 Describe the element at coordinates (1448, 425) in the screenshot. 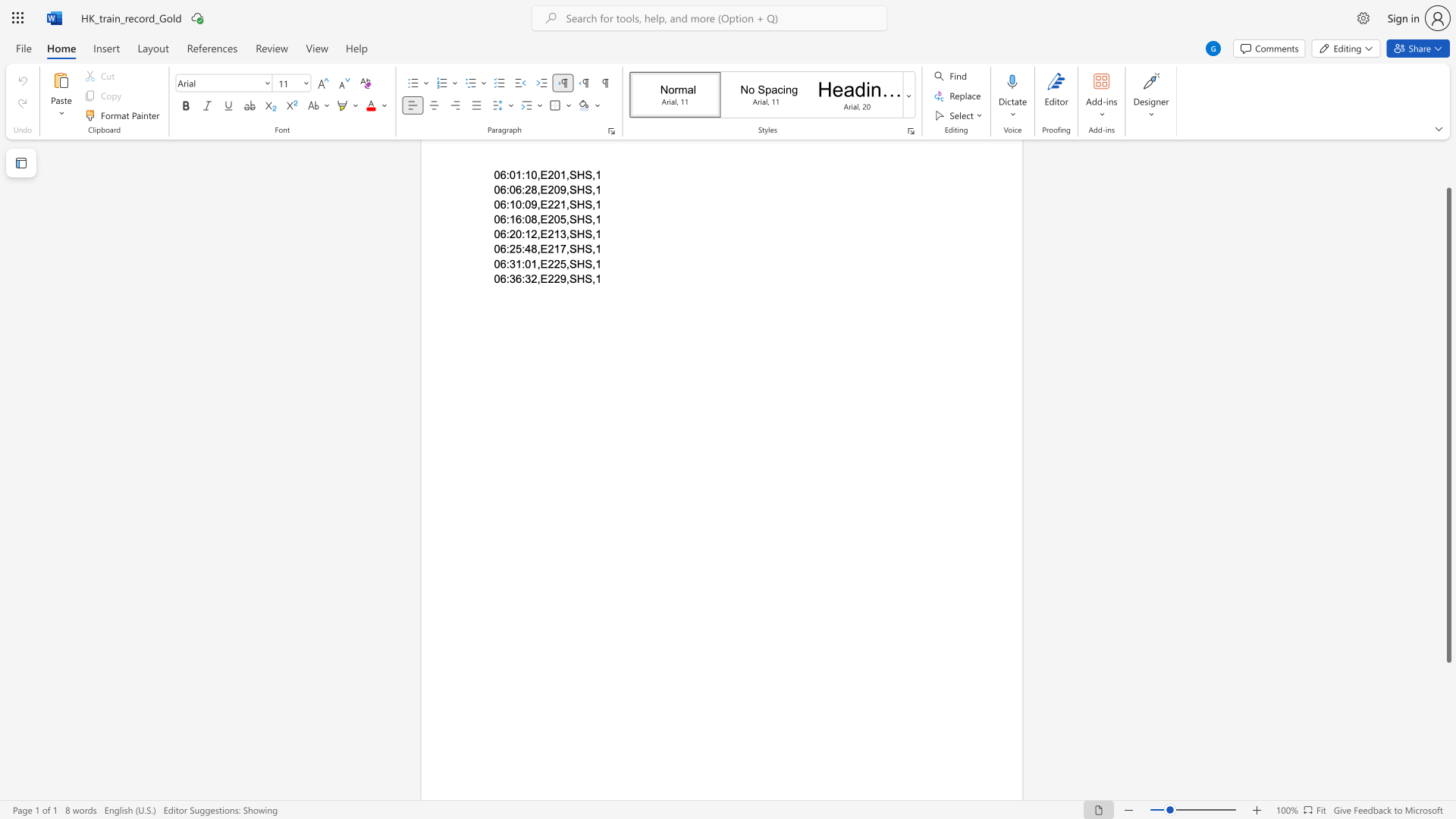

I see `the scrollbar and move down 80 pixels` at that location.